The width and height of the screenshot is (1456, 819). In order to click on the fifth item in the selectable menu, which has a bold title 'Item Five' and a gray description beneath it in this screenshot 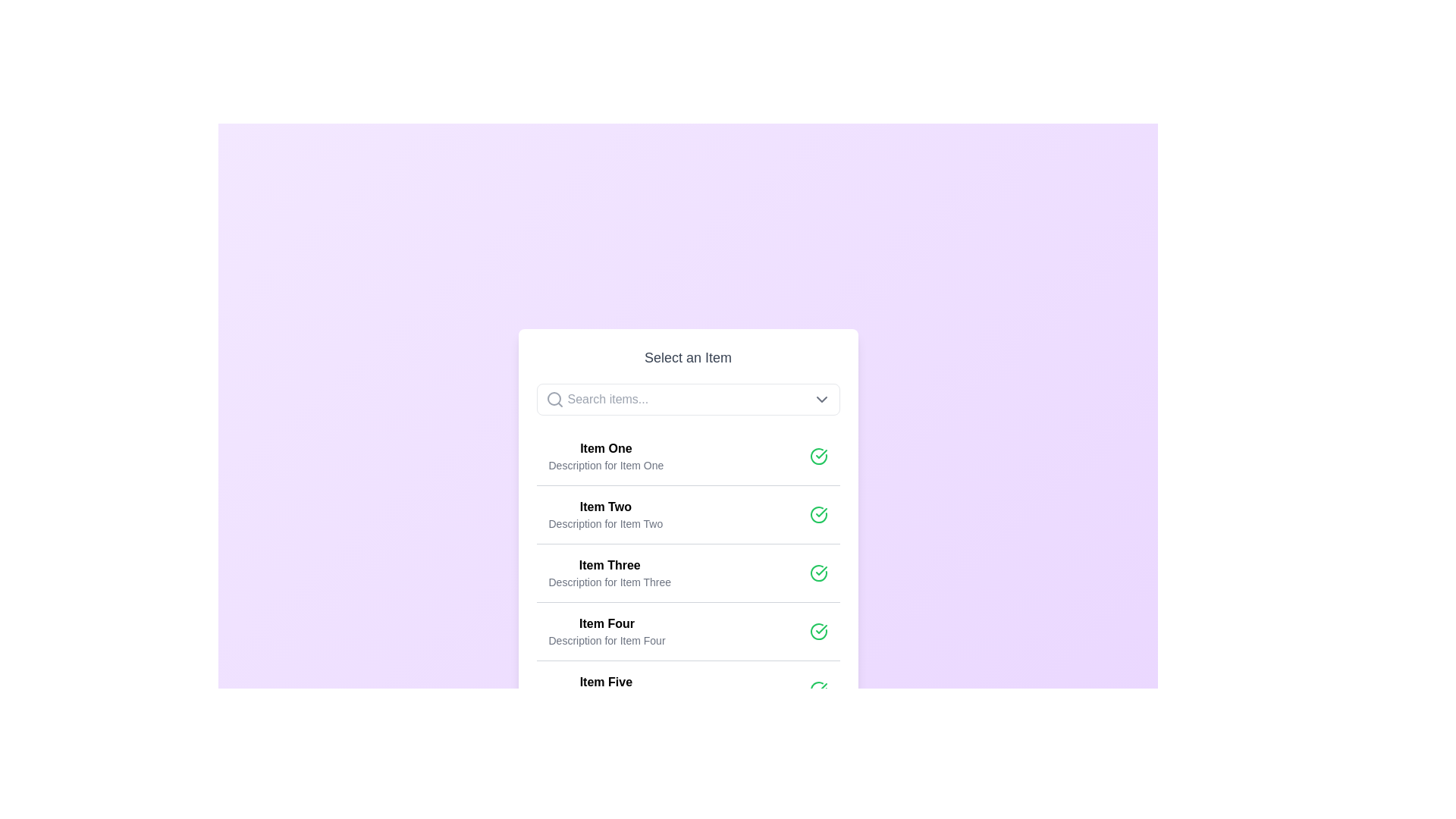, I will do `click(605, 690)`.